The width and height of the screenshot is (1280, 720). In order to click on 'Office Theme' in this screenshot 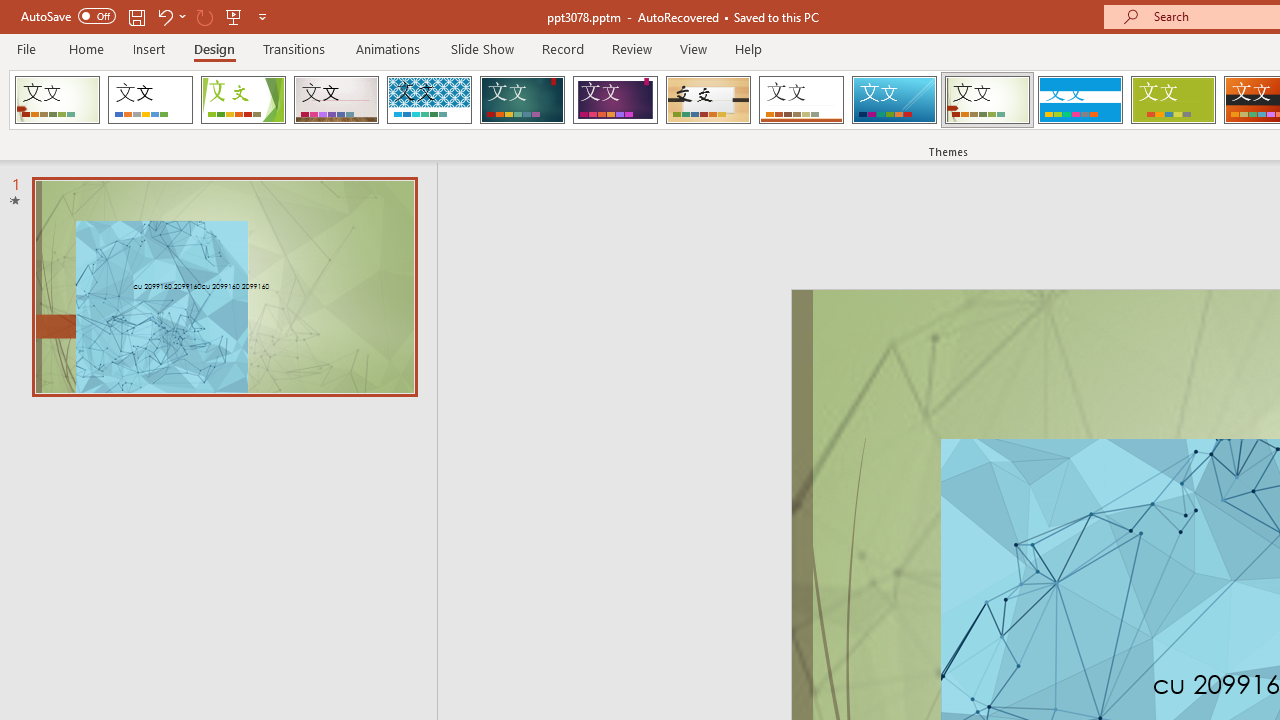, I will do `click(149, 100)`.